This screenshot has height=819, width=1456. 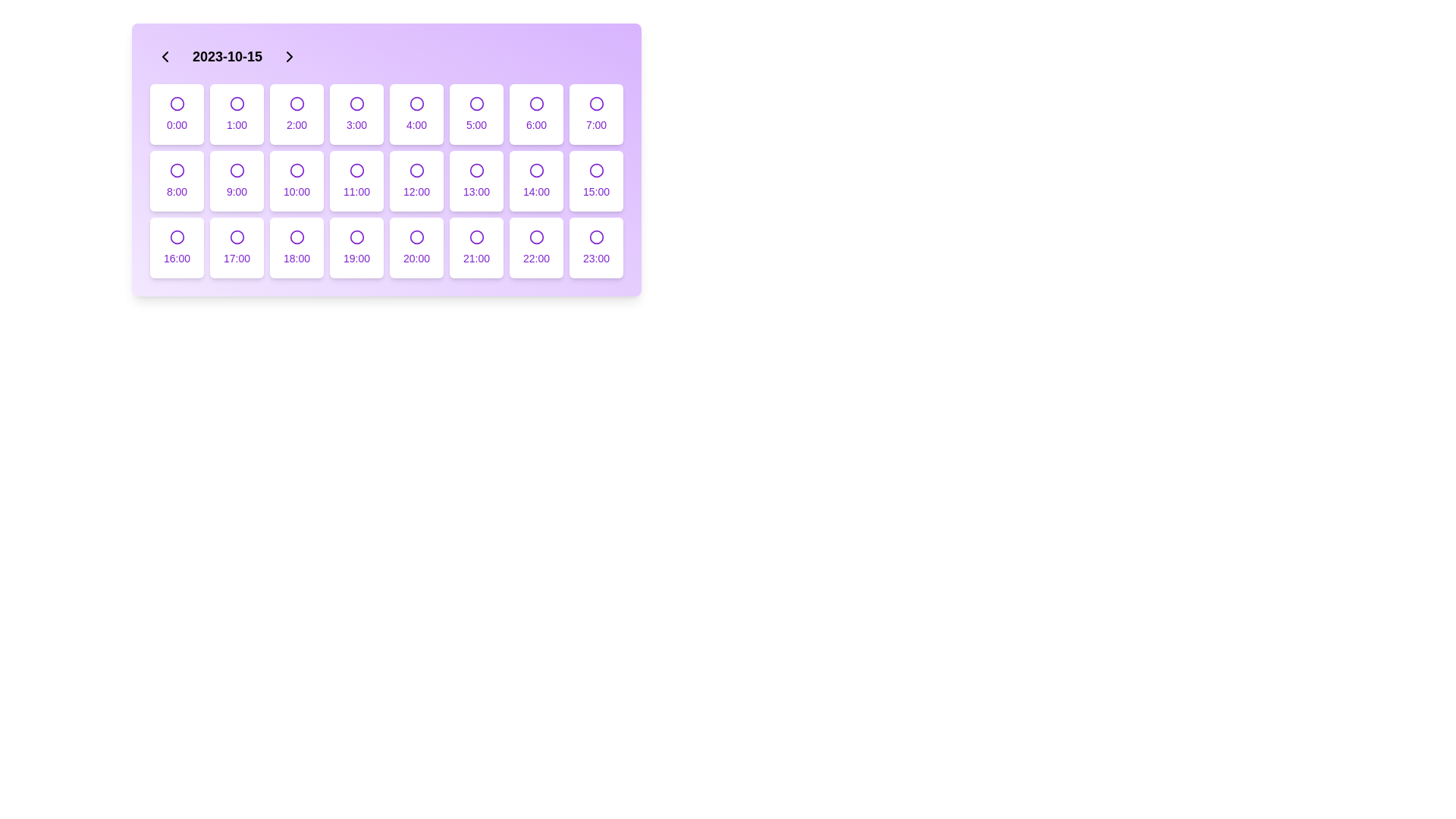 What do you see at coordinates (165, 55) in the screenshot?
I see `the leftmost navigation button for moving to the previous day in the calendar interface to observe the background color change` at bounding box center [165, 55].